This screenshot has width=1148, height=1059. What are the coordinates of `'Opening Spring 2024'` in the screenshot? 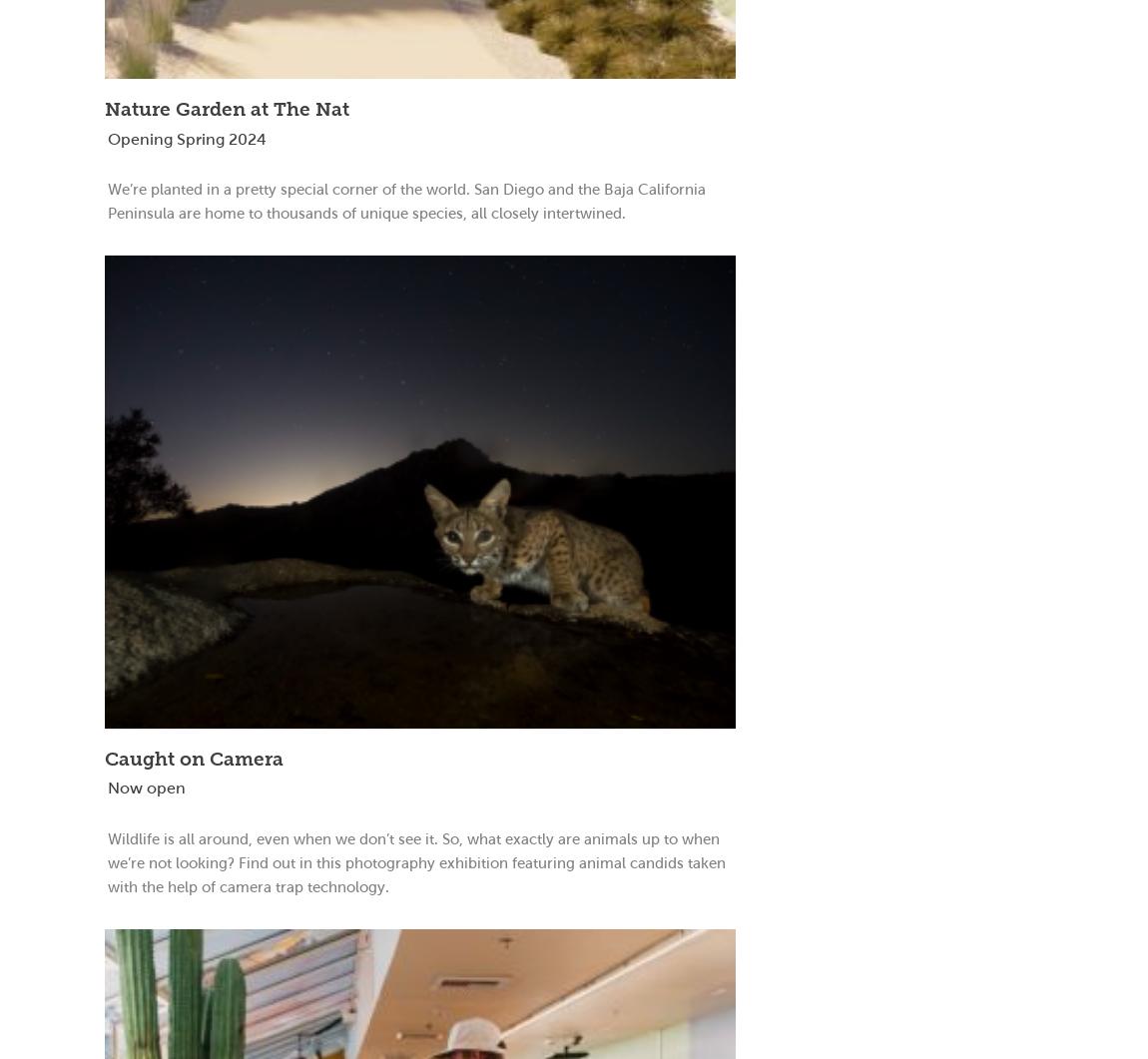 It's located at (106, 138).